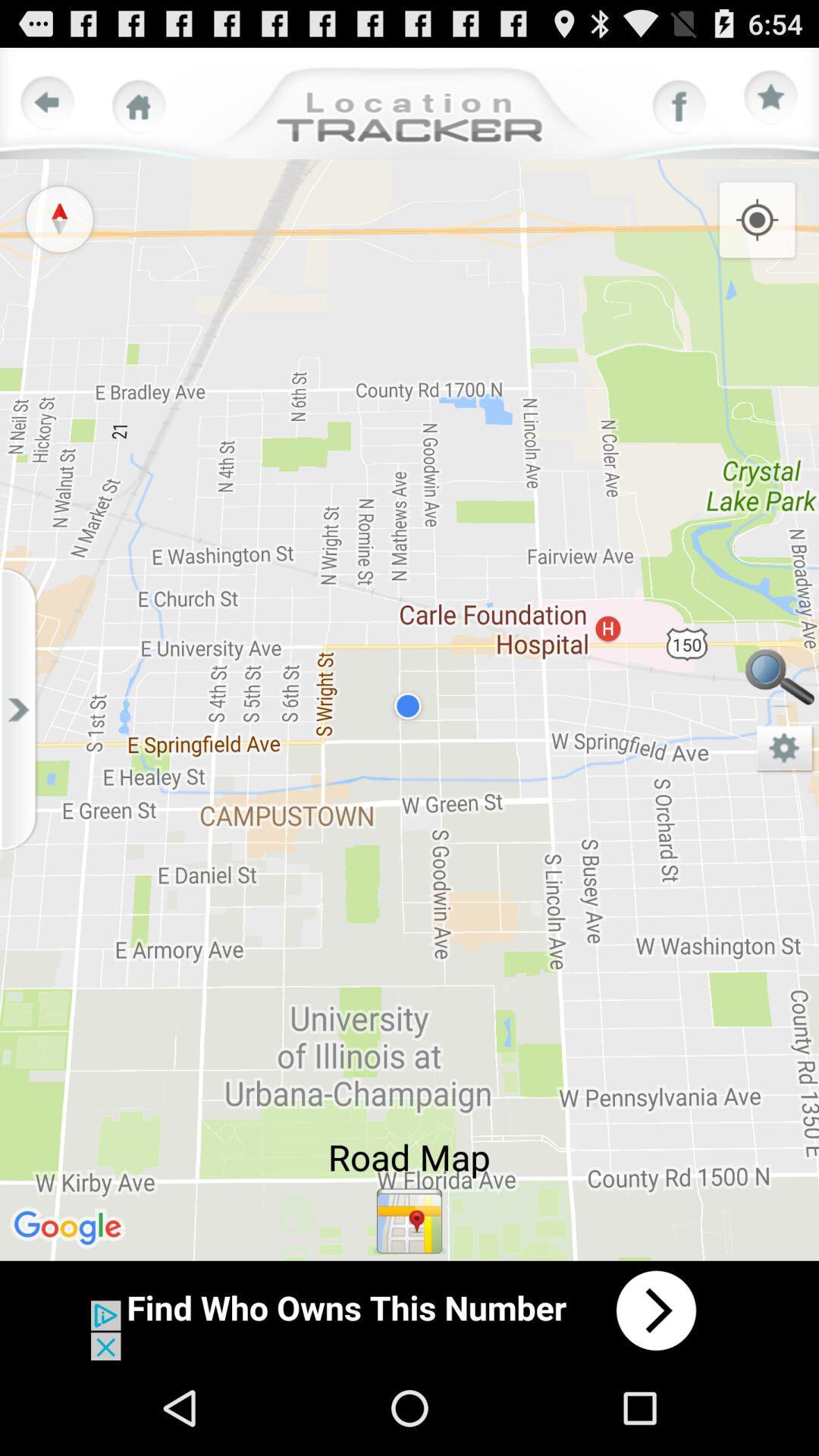 The height and width of the screenshot is (1456, 819). What do you see at coordinates (779, 679) in the screenshot?
I see `search` at bounding box center [779, 679].